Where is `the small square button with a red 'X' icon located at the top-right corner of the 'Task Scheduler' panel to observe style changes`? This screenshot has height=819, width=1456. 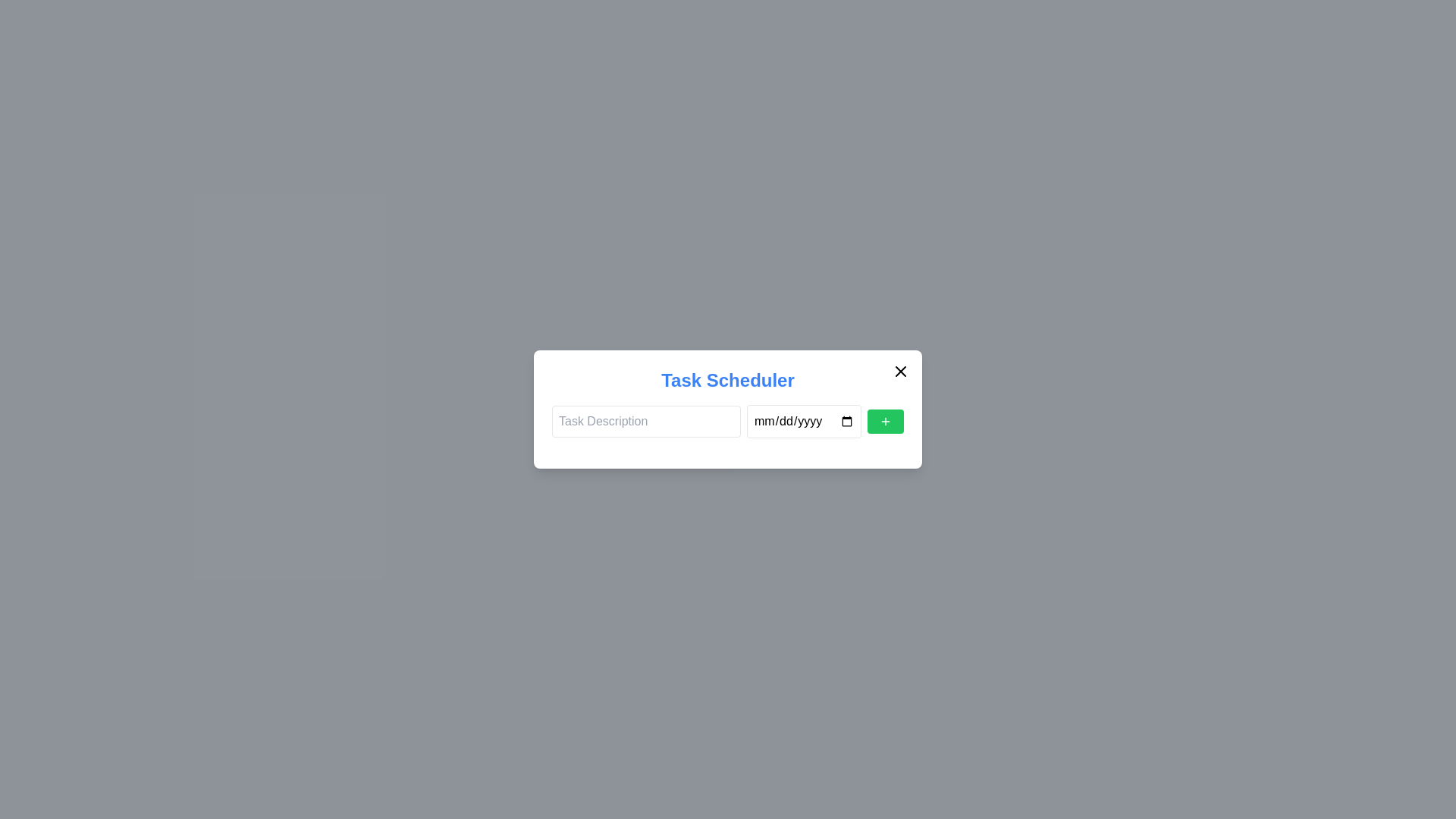
the small square button with a red 'X' icon located at the top-right corner of the 'Task Scheduler' panel to observe style changes is located at coordinates (901, 371).